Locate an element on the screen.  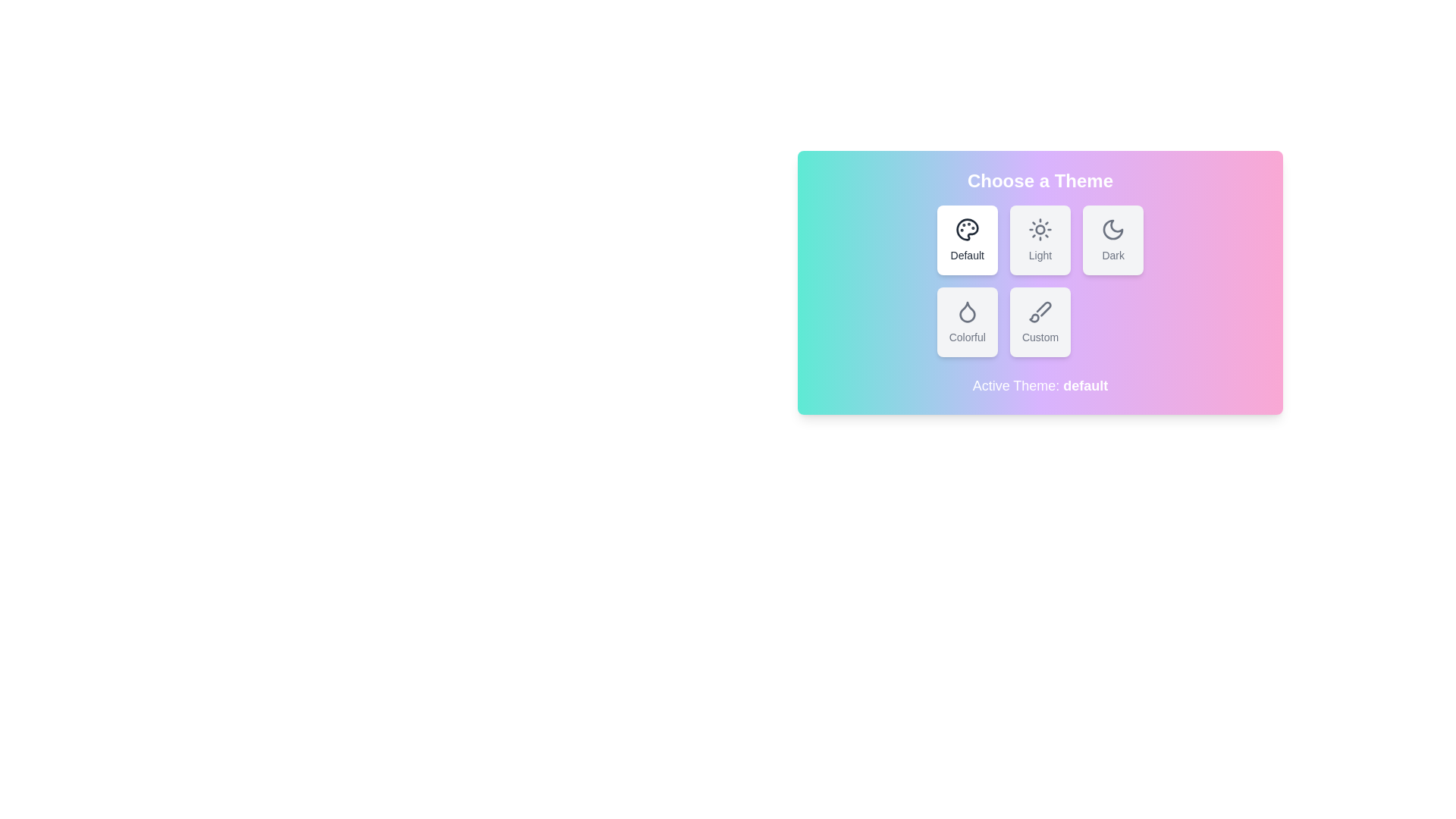
the theme light by clicking the corresponding button is located at coordinates (1040, 239).